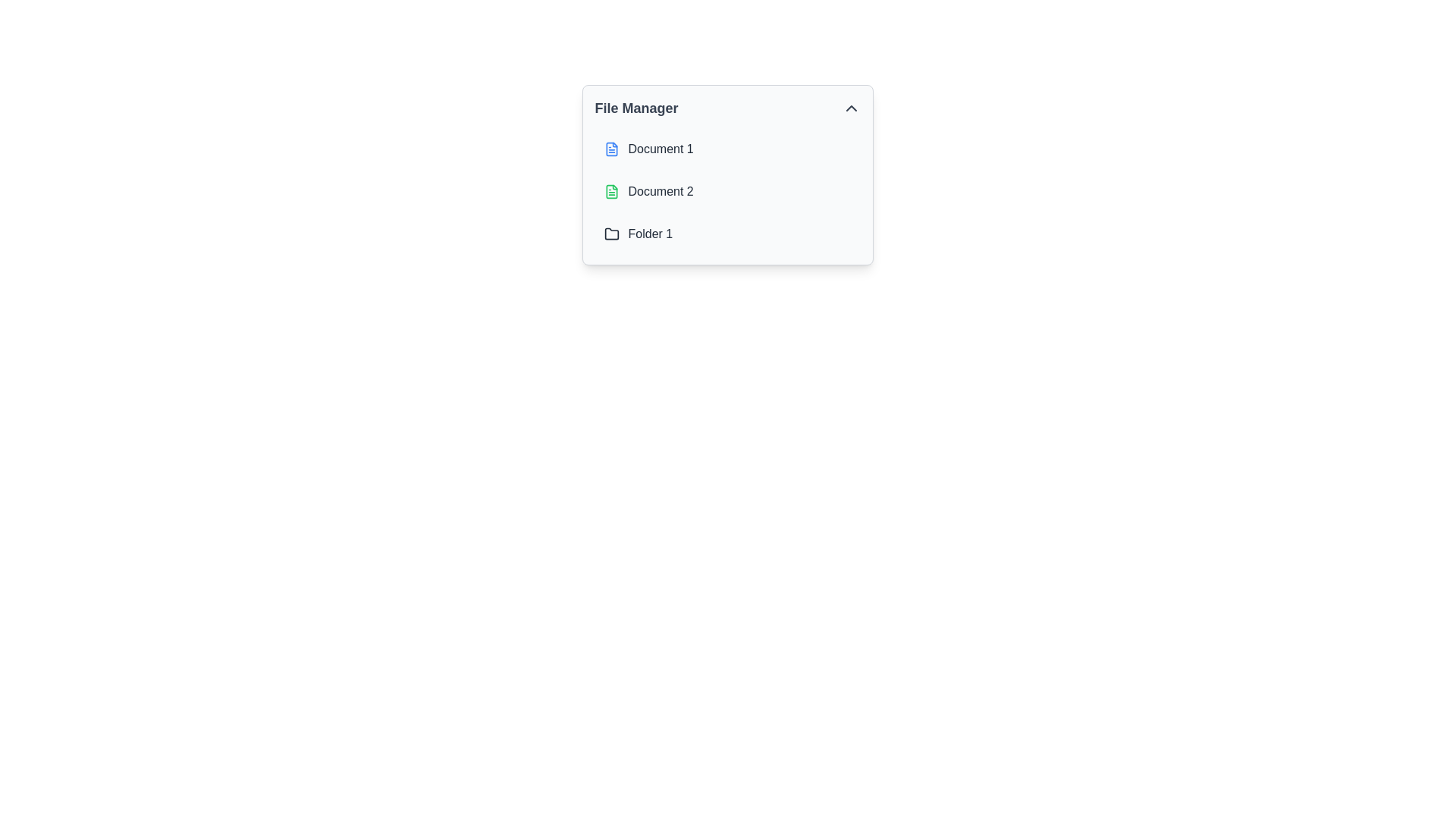 This screenshot has height=819, width=1456. What do you see at coordinates (611, 149) in the screenshot?
I see `the document icon with a blue outline located in the 'File Manager' section next to the label 'Document 1'` at bounding box center [611, 149].